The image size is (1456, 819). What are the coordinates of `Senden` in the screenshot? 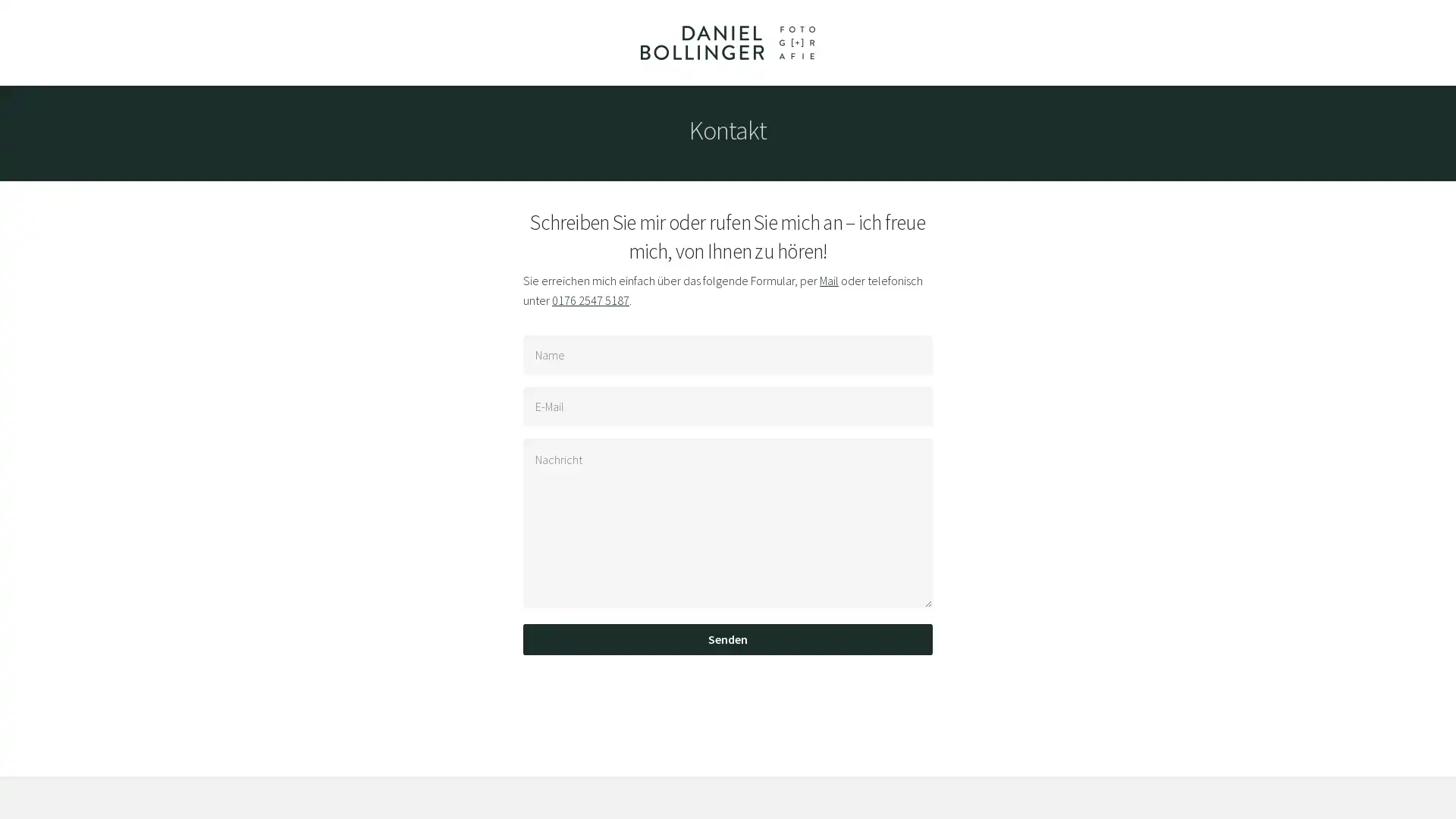 It's located at (728, 639).